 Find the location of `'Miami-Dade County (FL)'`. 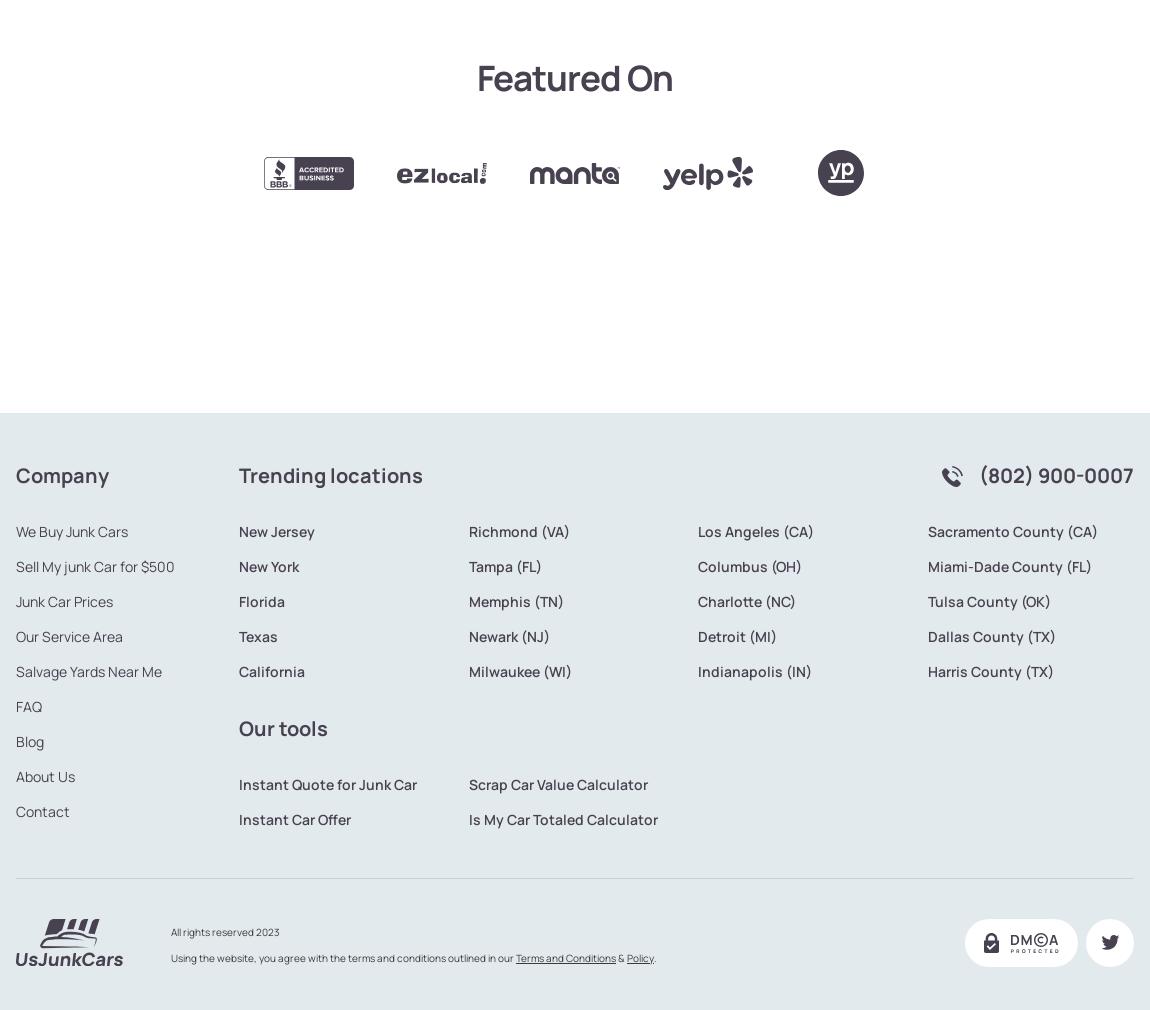

'Miami-Dade County (FL)' is located at coordinates (1009, 499).